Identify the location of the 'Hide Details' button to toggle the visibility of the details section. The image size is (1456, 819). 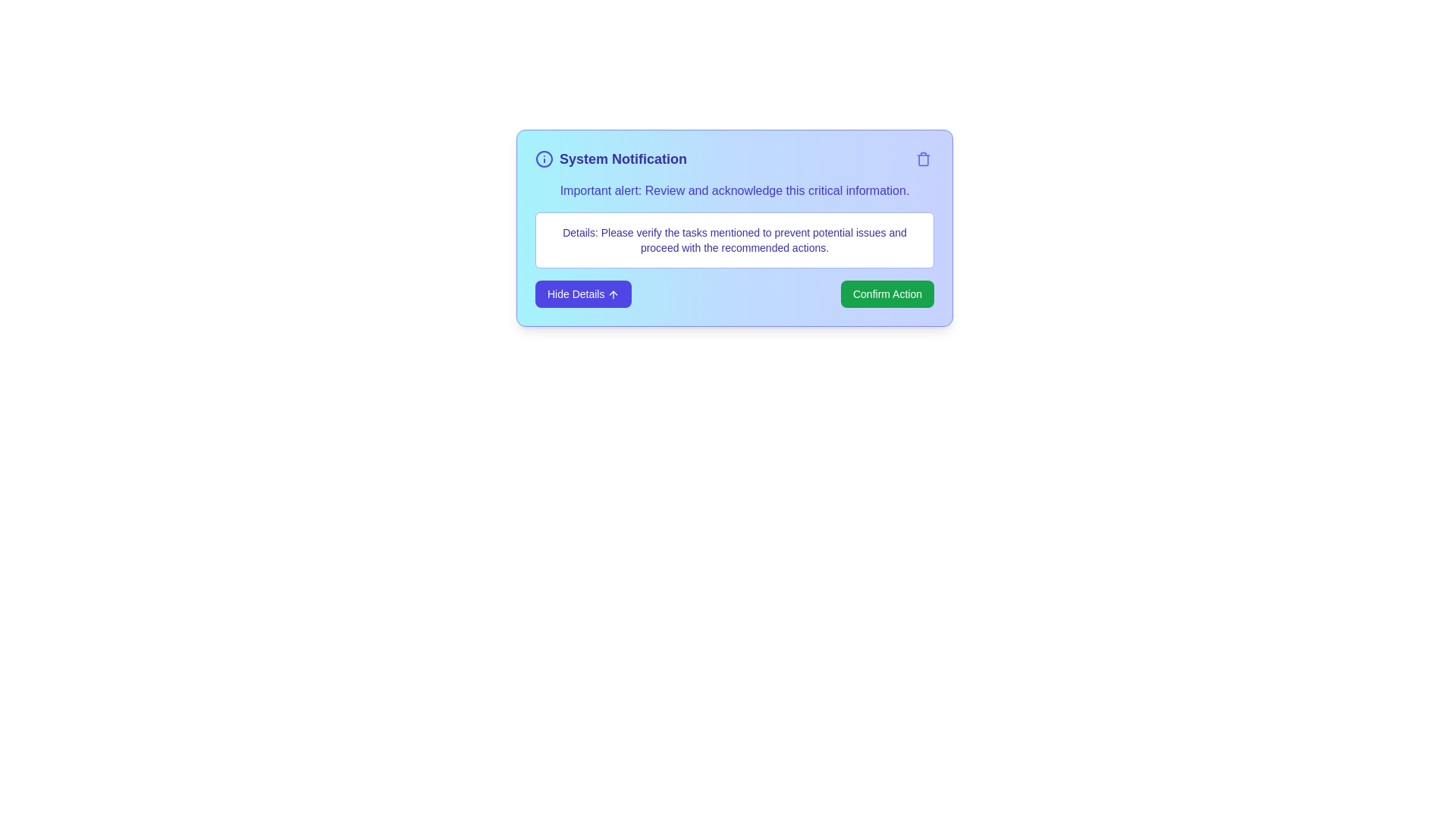
(582, 294).